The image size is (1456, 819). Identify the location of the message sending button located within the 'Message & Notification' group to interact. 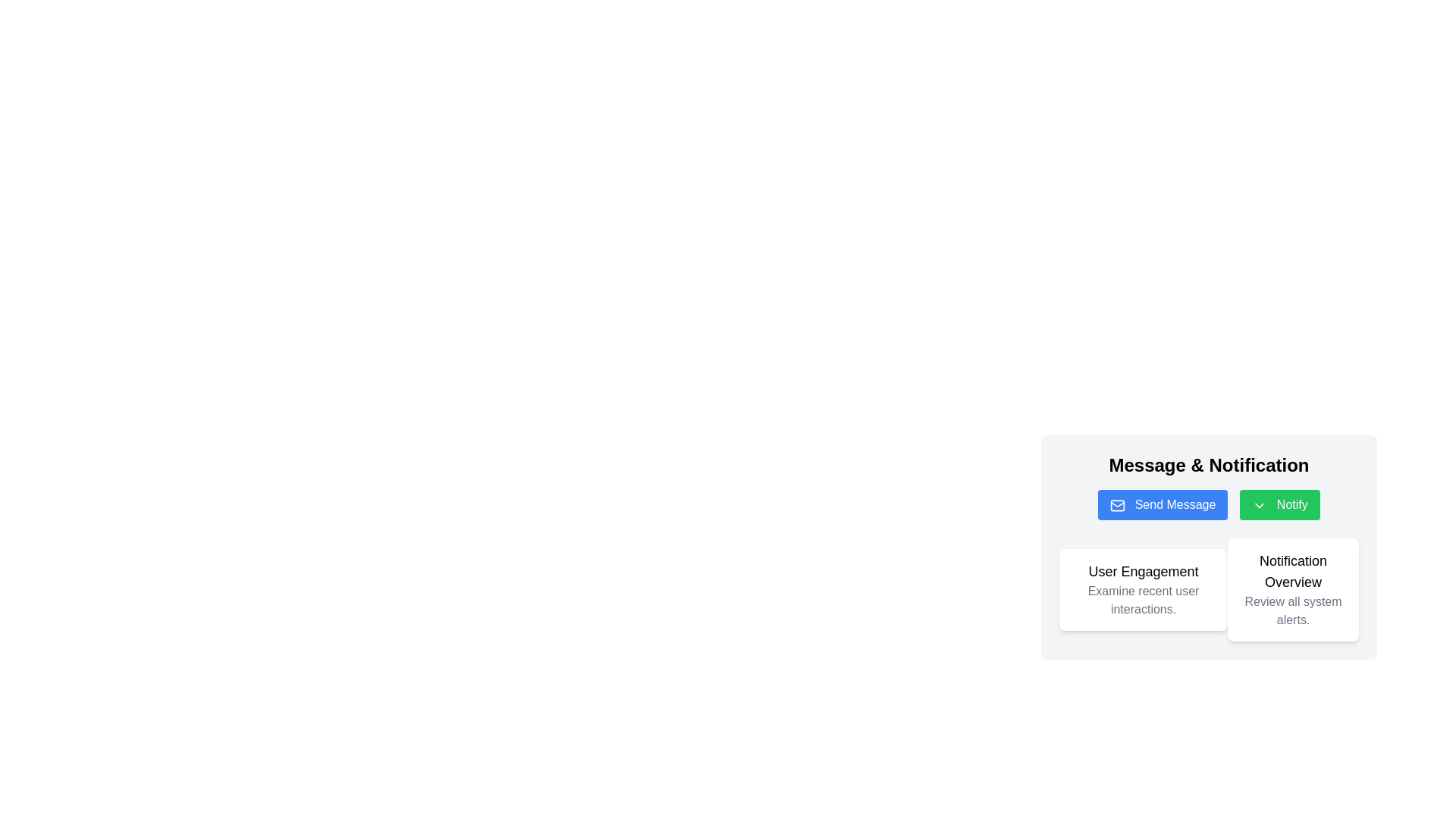
(1162, 505).